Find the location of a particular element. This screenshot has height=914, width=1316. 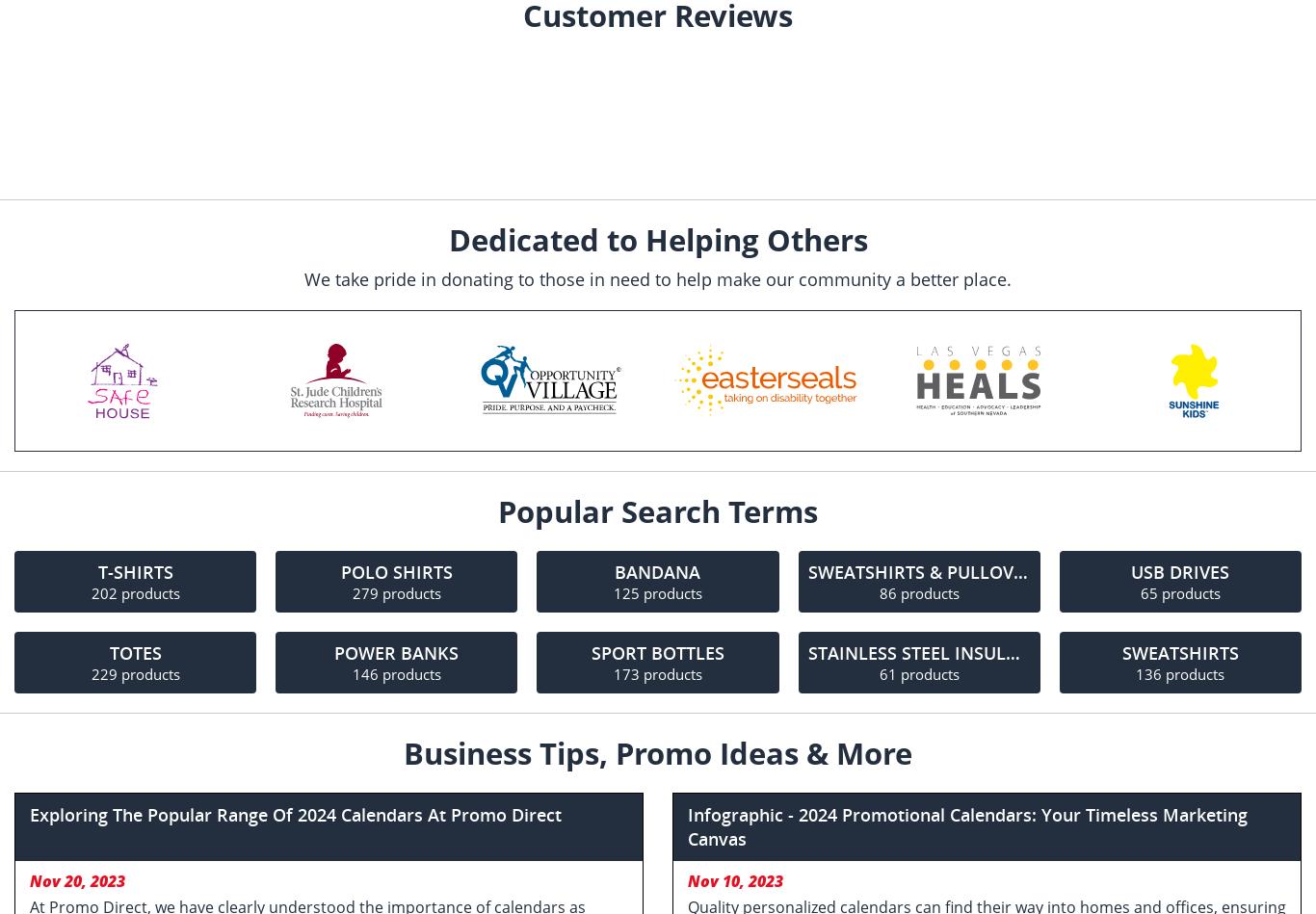

'Sweatshirts' is located at coordinates (1179, 652).